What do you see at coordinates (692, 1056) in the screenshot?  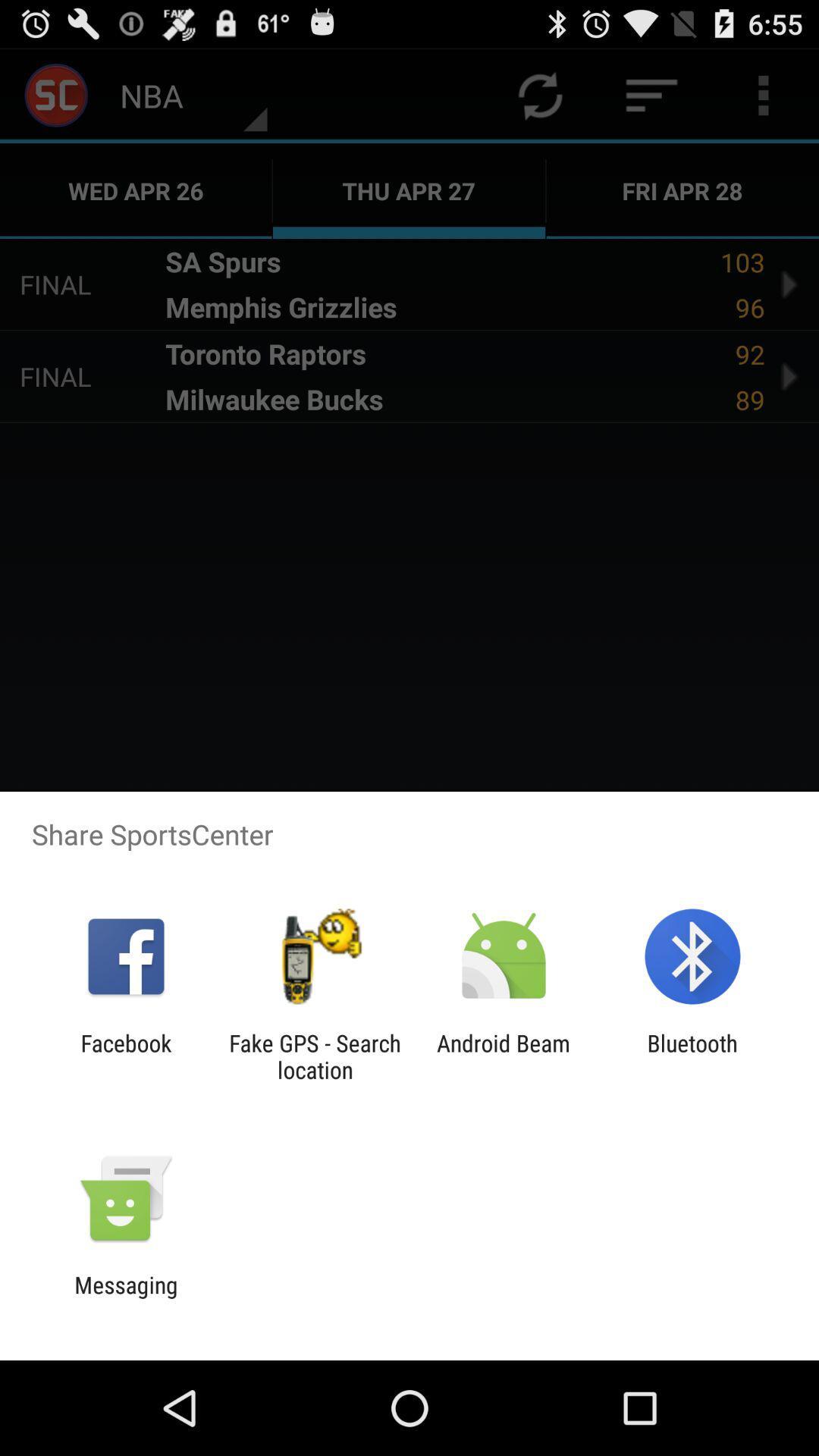 I see `icon to the right of android beam item` at bounding box center [692, 1056].